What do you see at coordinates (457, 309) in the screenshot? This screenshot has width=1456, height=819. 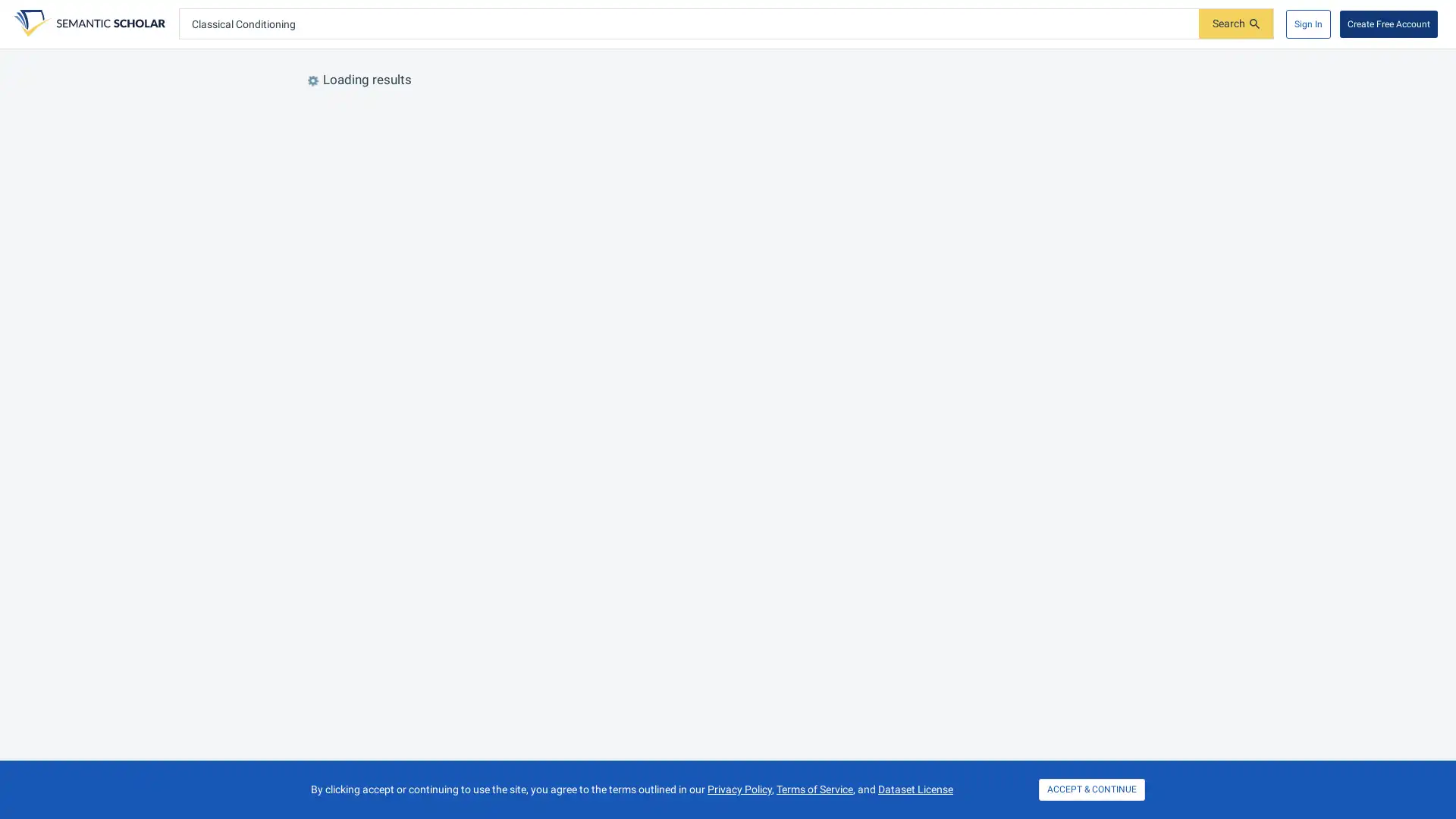 I see `Turn on email alert for this paper` at bounding box center [457, 309].